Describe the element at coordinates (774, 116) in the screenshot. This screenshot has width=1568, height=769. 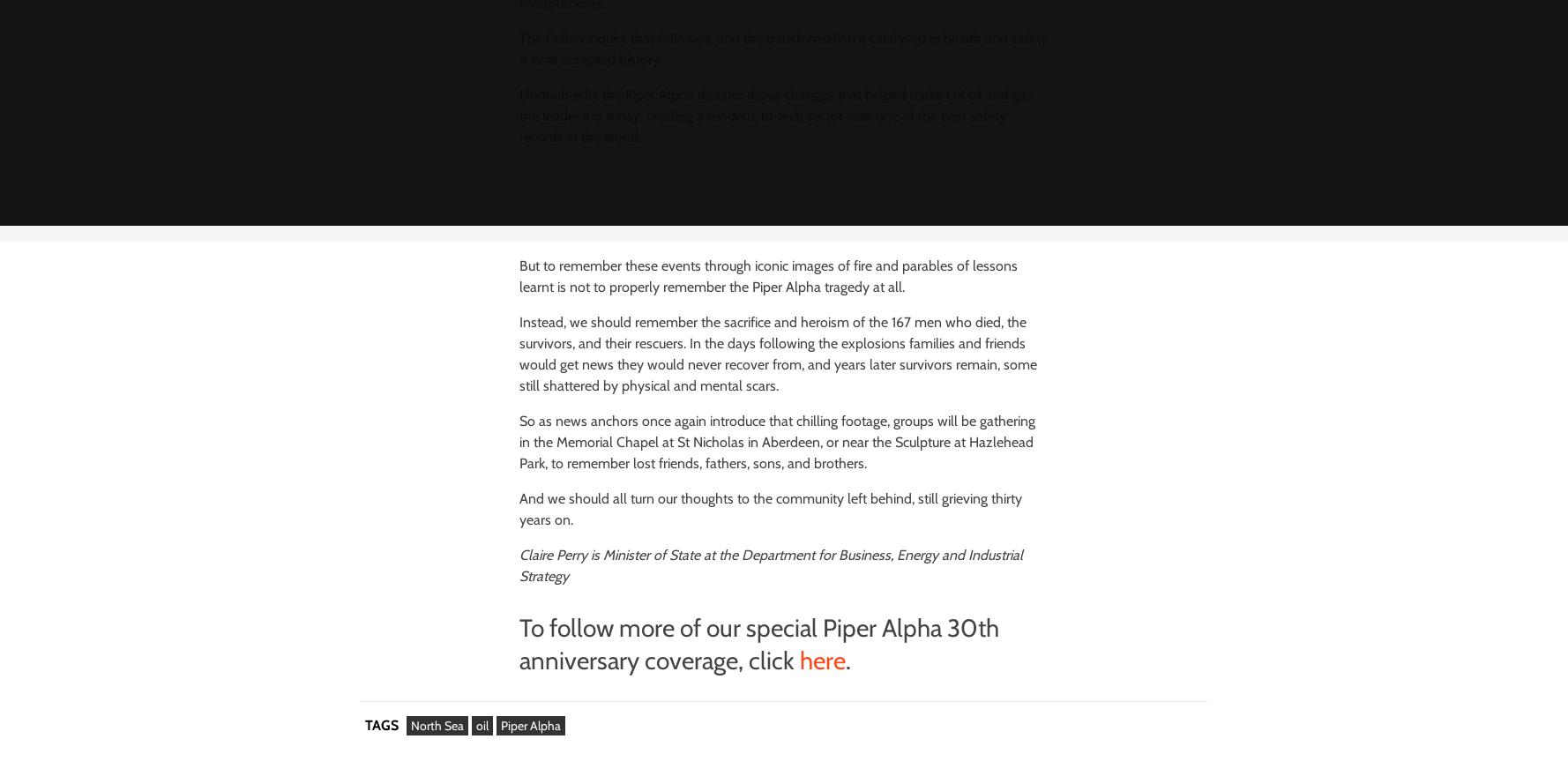
I see `'Undoubtedly the Piper Alpha disaster drove changes that helped make UK oil and gas the leader it is today, creating a modern, hi-tech sector with one of the best safety records in the world.'` at that location.